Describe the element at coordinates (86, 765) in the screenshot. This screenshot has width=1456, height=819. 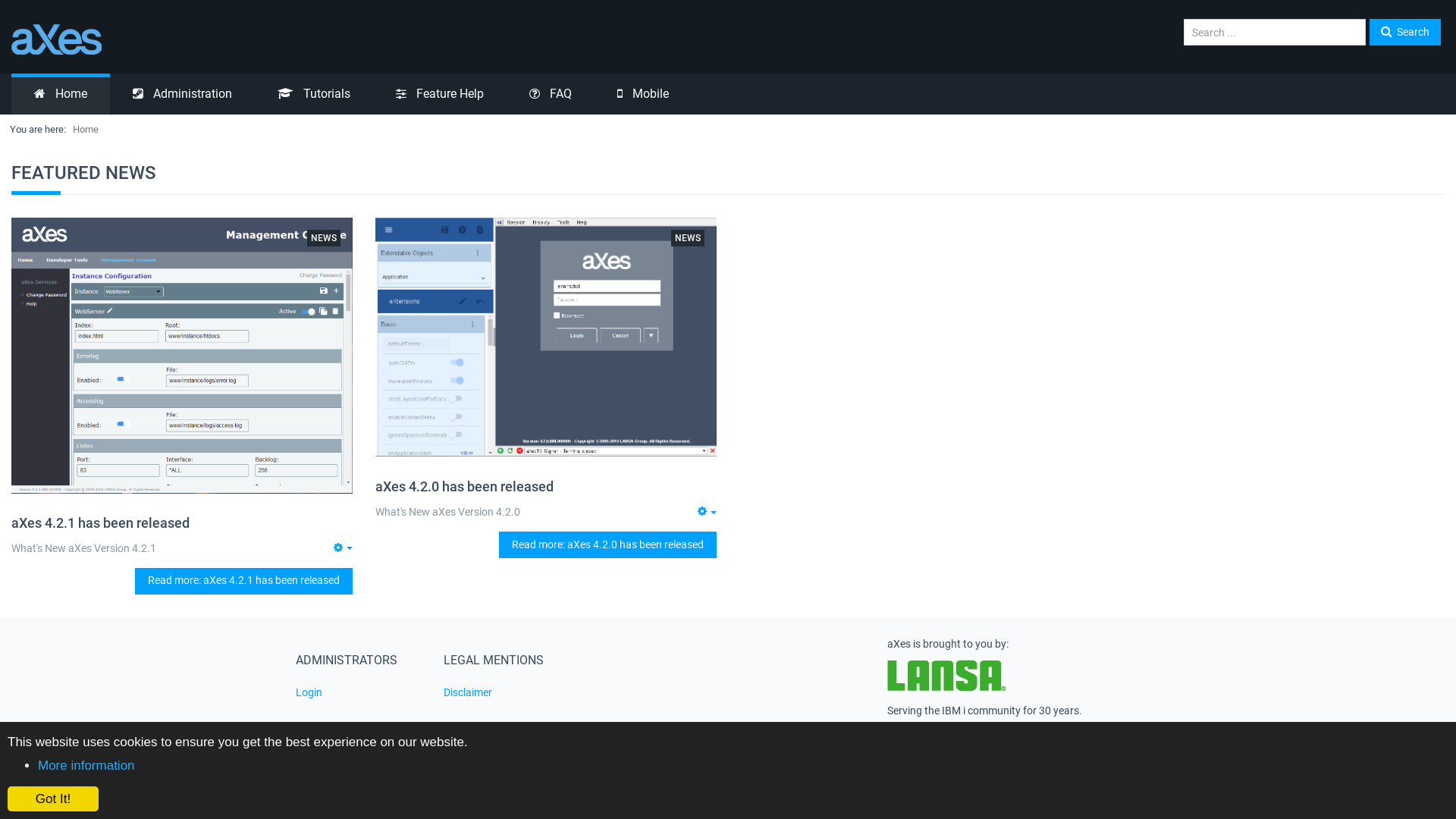
I see `'More information'` at that location.